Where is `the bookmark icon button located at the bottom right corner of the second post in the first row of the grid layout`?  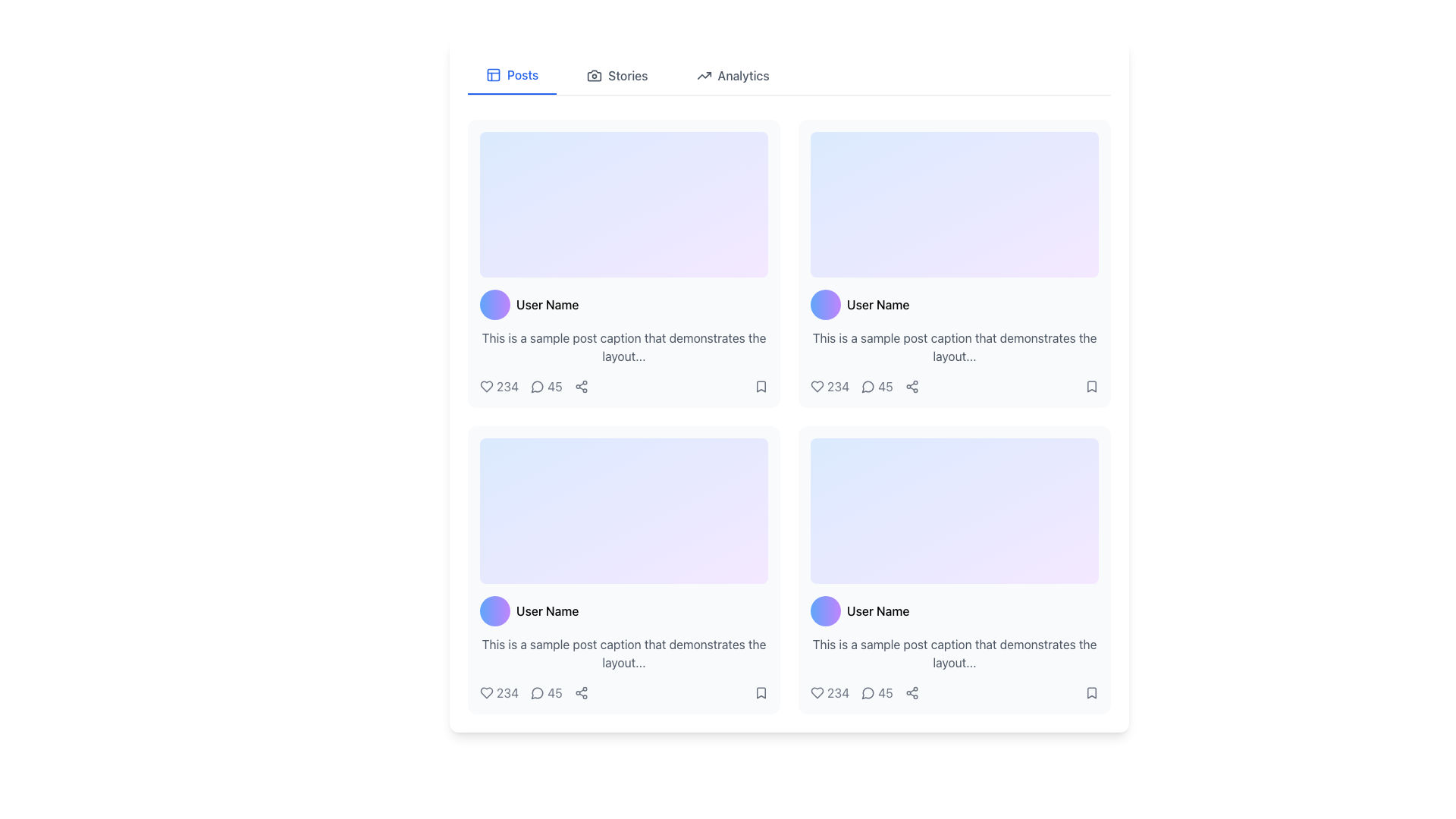
the bookmark icon button located at the bottom right corner of the second post in the first row of the grid layout is located at coordinates (761, 385).